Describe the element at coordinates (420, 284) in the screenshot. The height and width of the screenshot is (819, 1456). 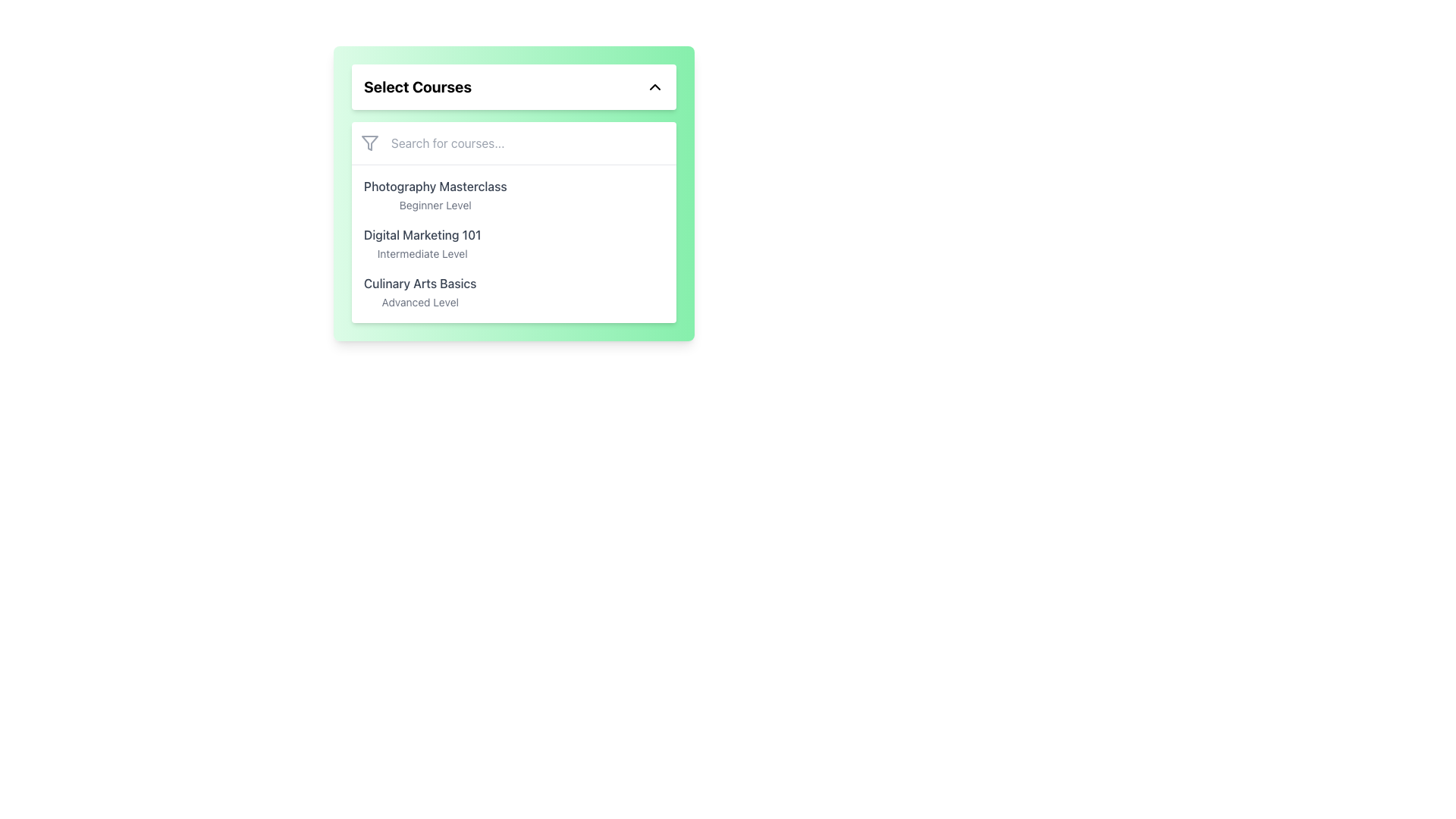
I see `the text label indicating a course option within the 'Select Courses' dropdown, which is the third item in the list between 'Digital Marketing 101' and 'Advanced Level'` at that location.